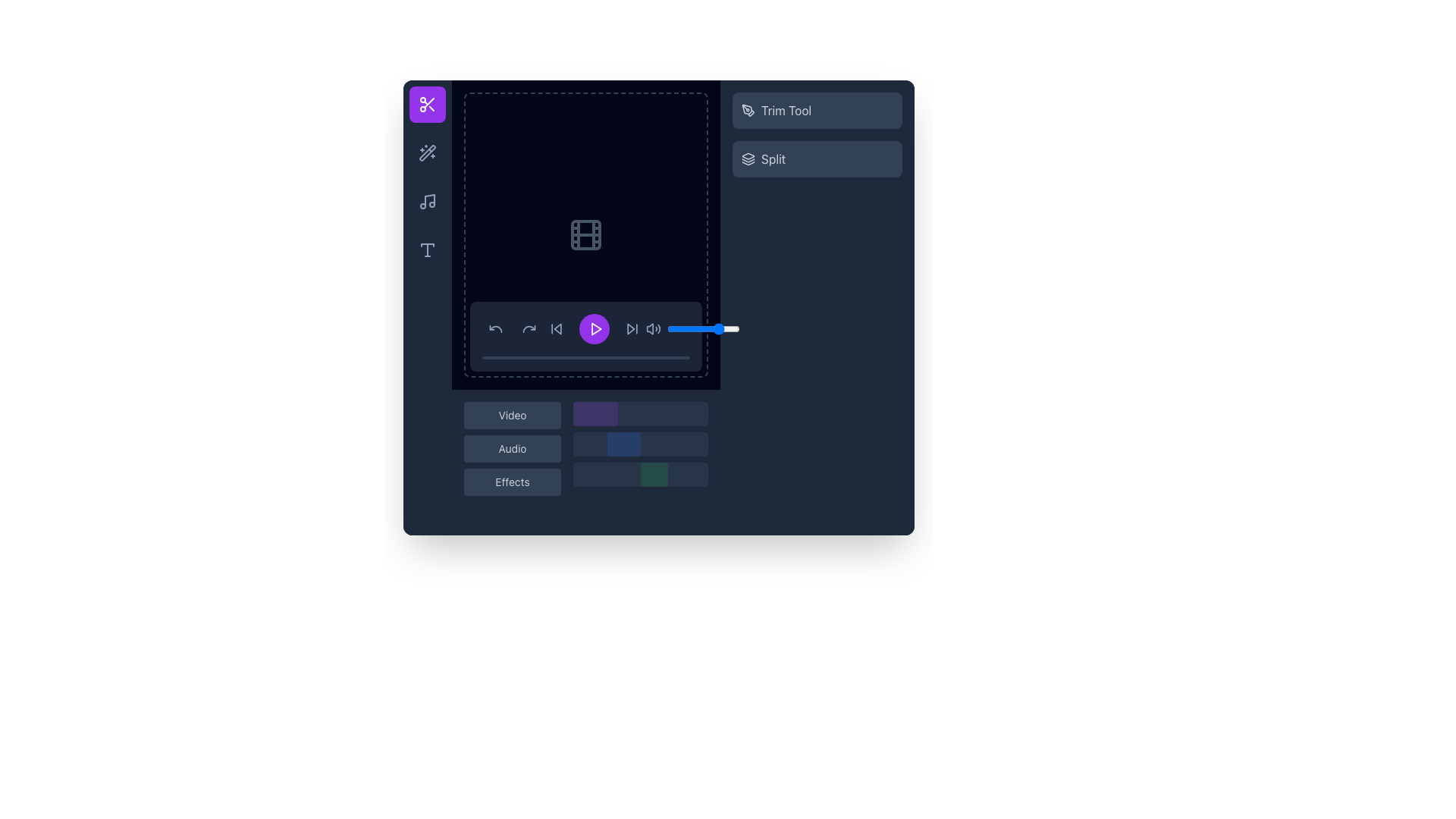 This screenshot has height=819, width=1456. Describe the element at coordinates (595, 328) in the screenshot. I see `the play button icon, which is a triangular shape oriented to the right, located within a purple circular button in the media control section at the center-bottom of the interface` at that location.